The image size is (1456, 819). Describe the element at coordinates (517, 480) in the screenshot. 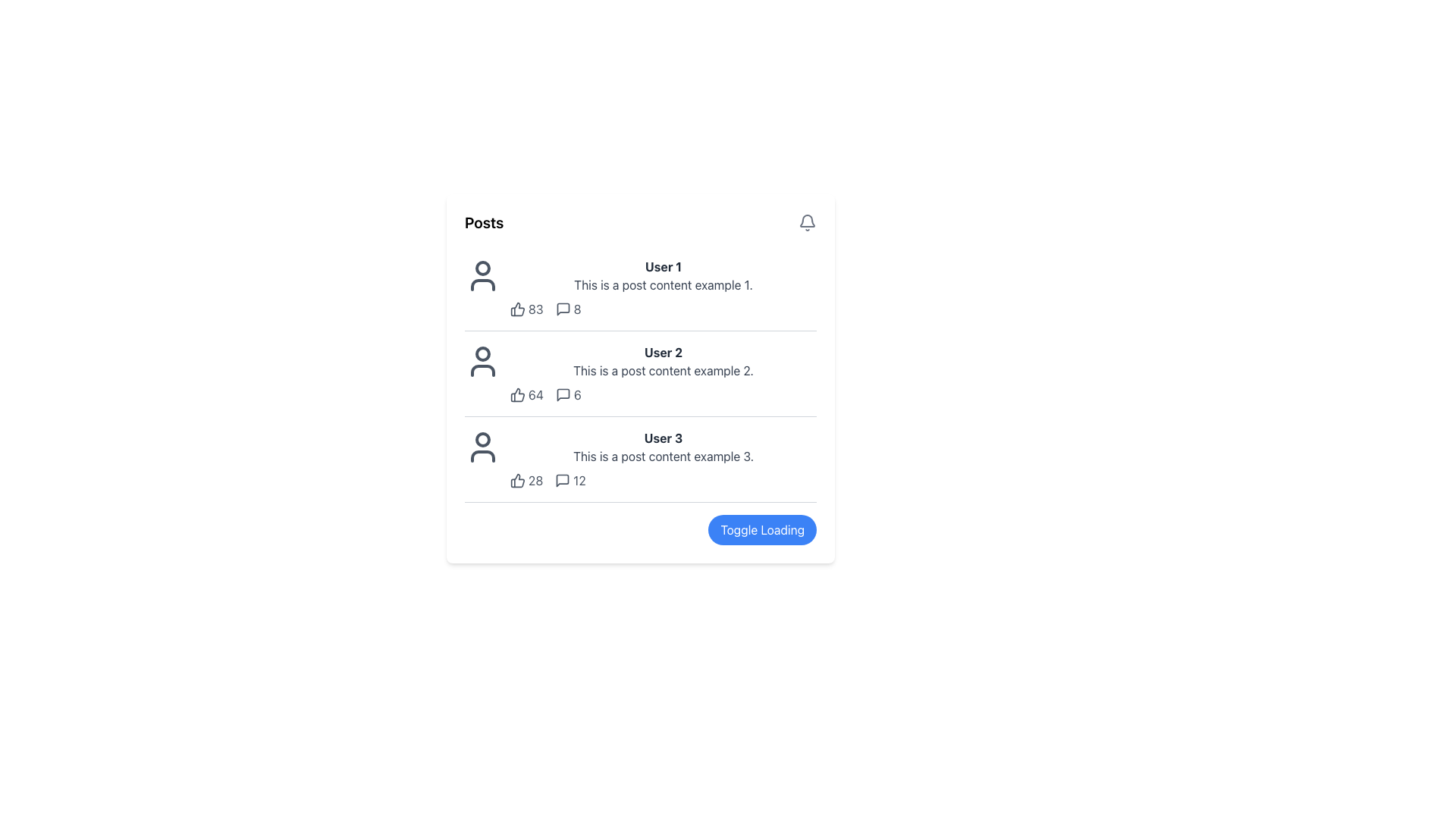

I see `the gray thumbs-up icon next to the number '28' in the third post to register a 'like'` at that location.